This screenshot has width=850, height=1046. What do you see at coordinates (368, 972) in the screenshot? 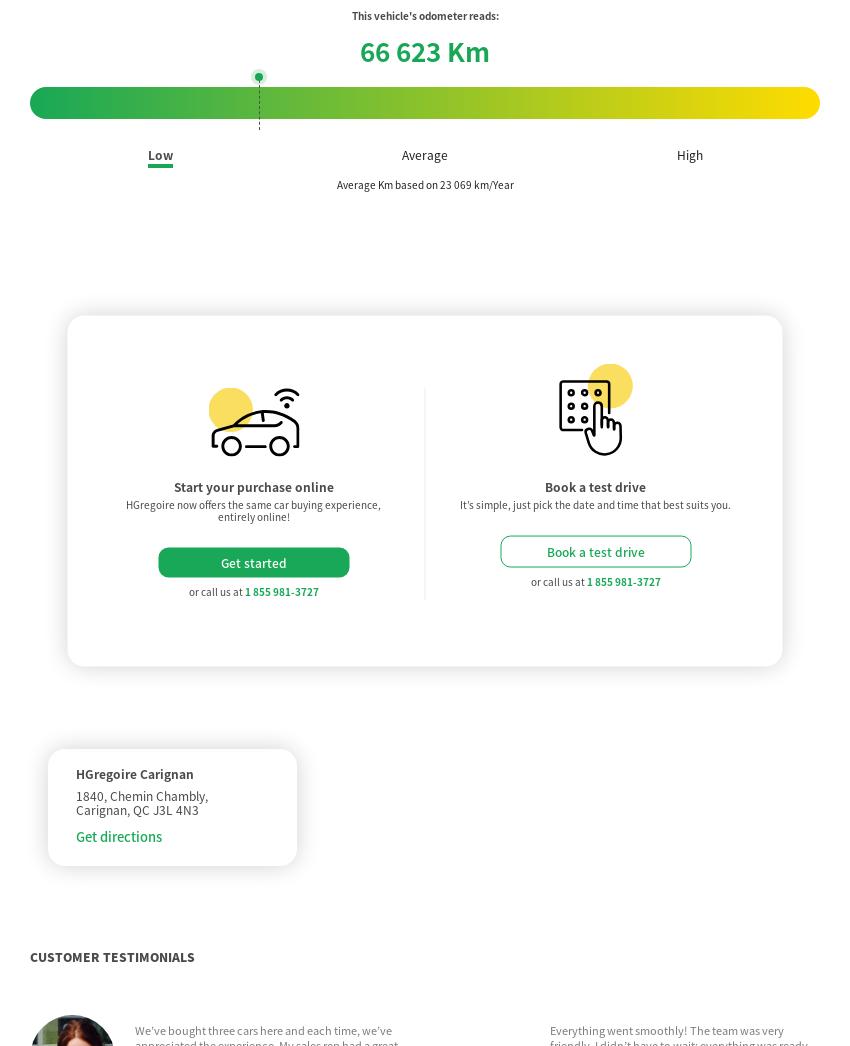
I see `'Cadillac'` at bounding box center [368, 972].